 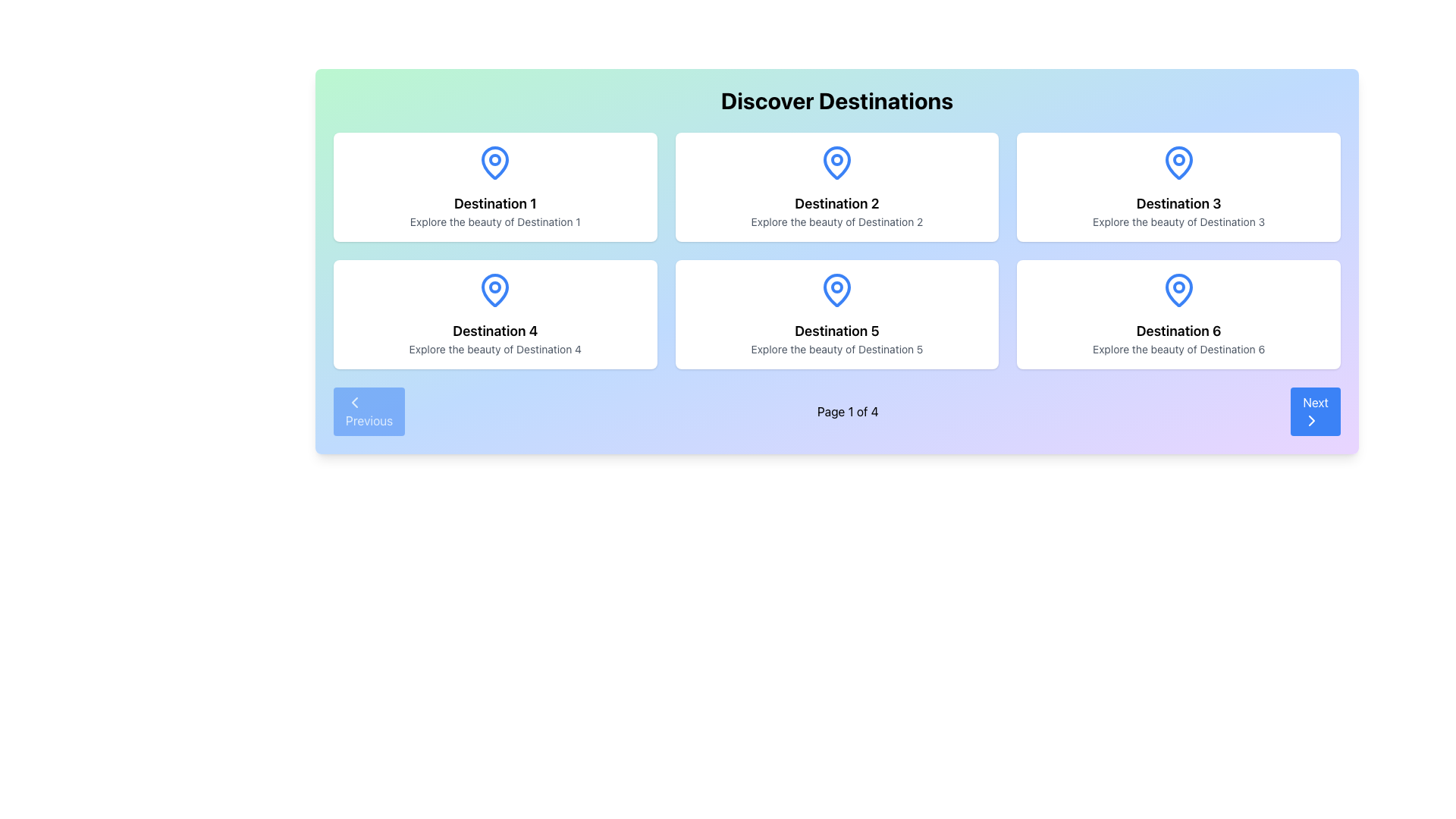 What do you see at coordinates (836, 163) in the screenshot?
I see `the location pin icon above the 'Destination 2' text label in the second column of the first row of destination cards` at bounding box center [836, 163].